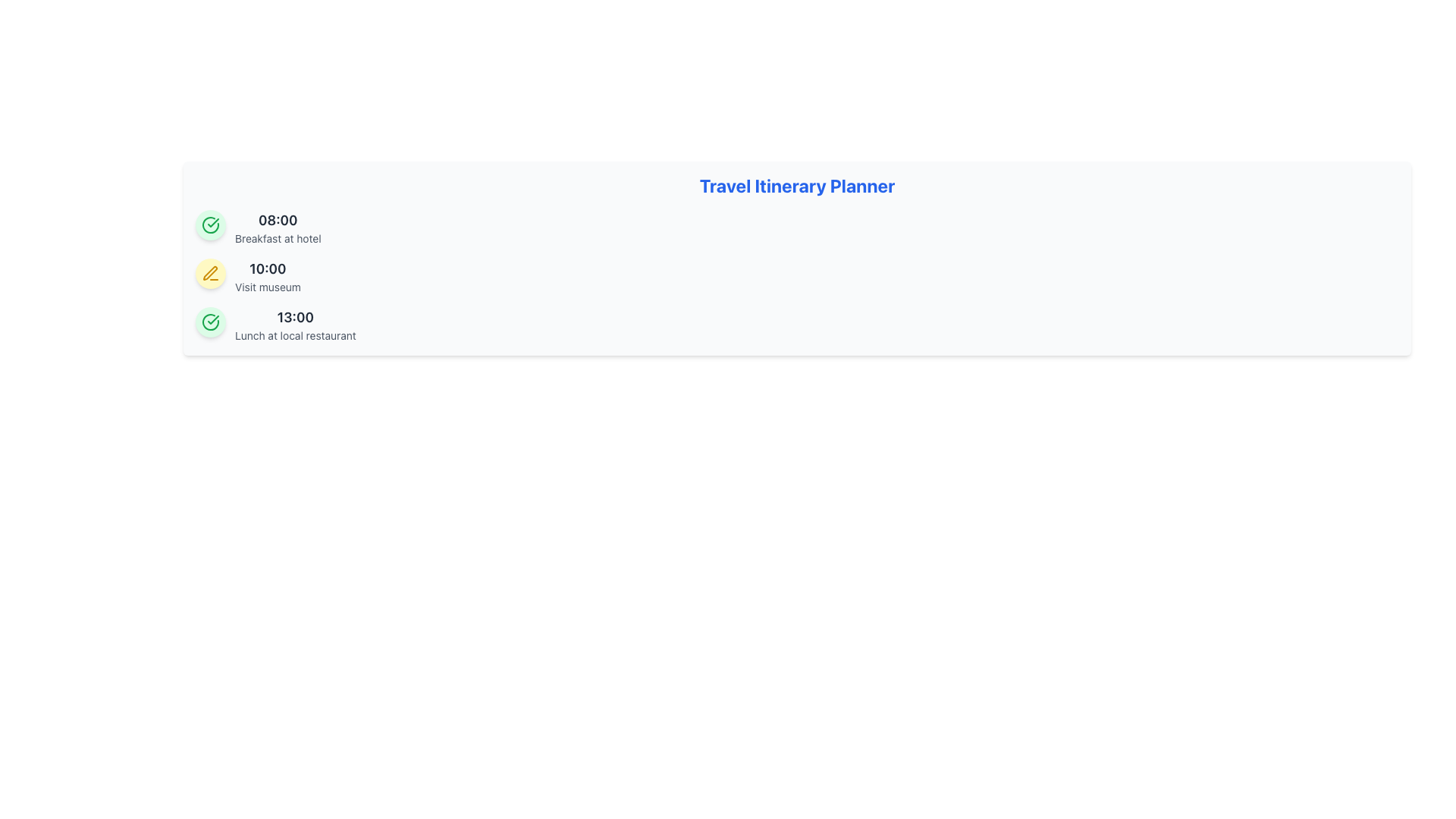 This screenshot has width=1456, height=819. What do you see at coordinates (210, 321) in the screenshot?
I see `the first circular icon in the leftmost column that indicates confirmation for the '08:00 Breakfast at hotel' entry` at bounding box center [210, 321].